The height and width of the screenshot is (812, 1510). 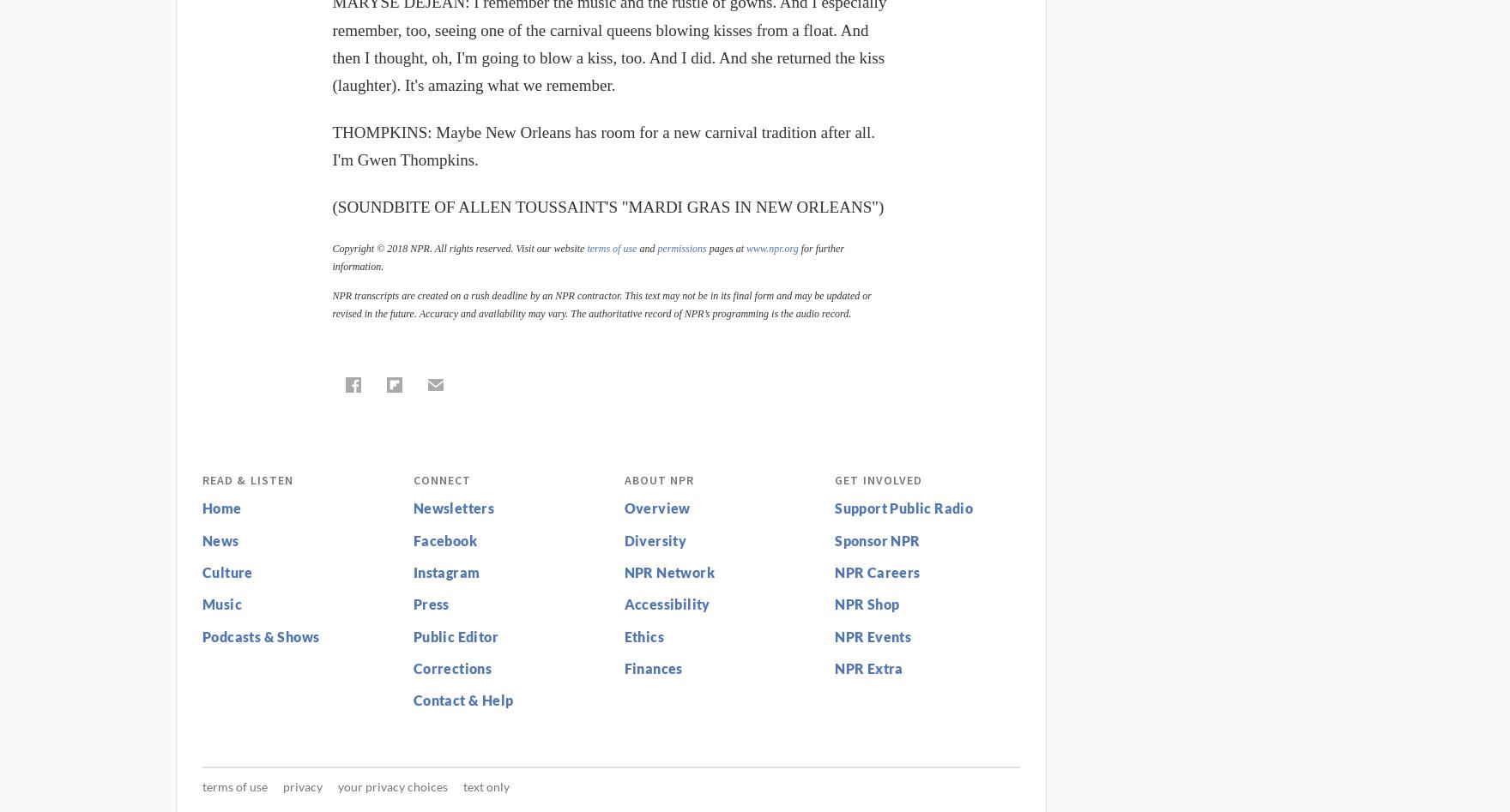 I want to click on 'Corrections', so click(x=451, y=668).